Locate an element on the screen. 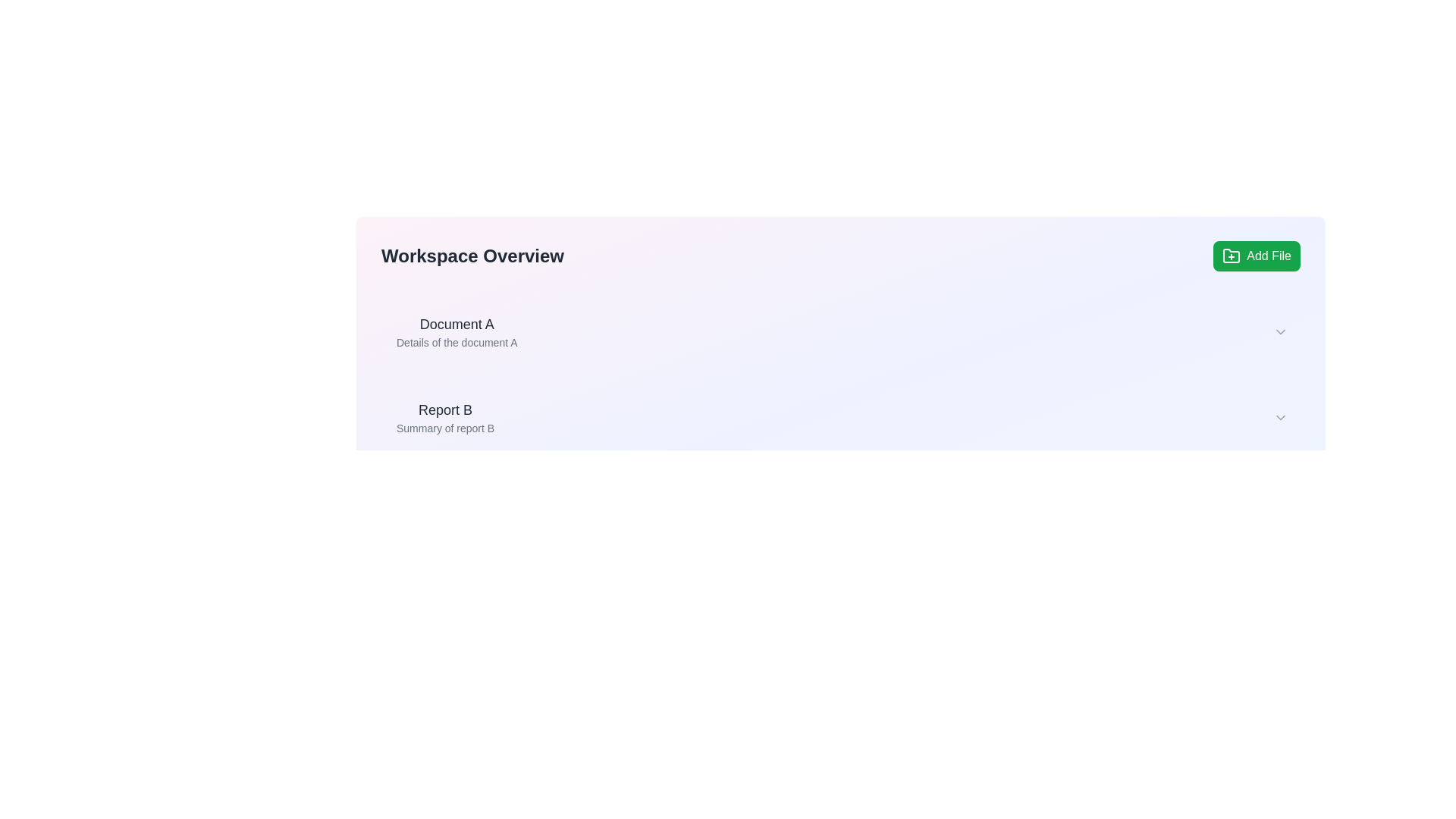  the medium-sized text element labeled 'Report B', which is styled in bold and positioned above the descriptive text 'Summary of report B' is located at coordinates (444, 409).